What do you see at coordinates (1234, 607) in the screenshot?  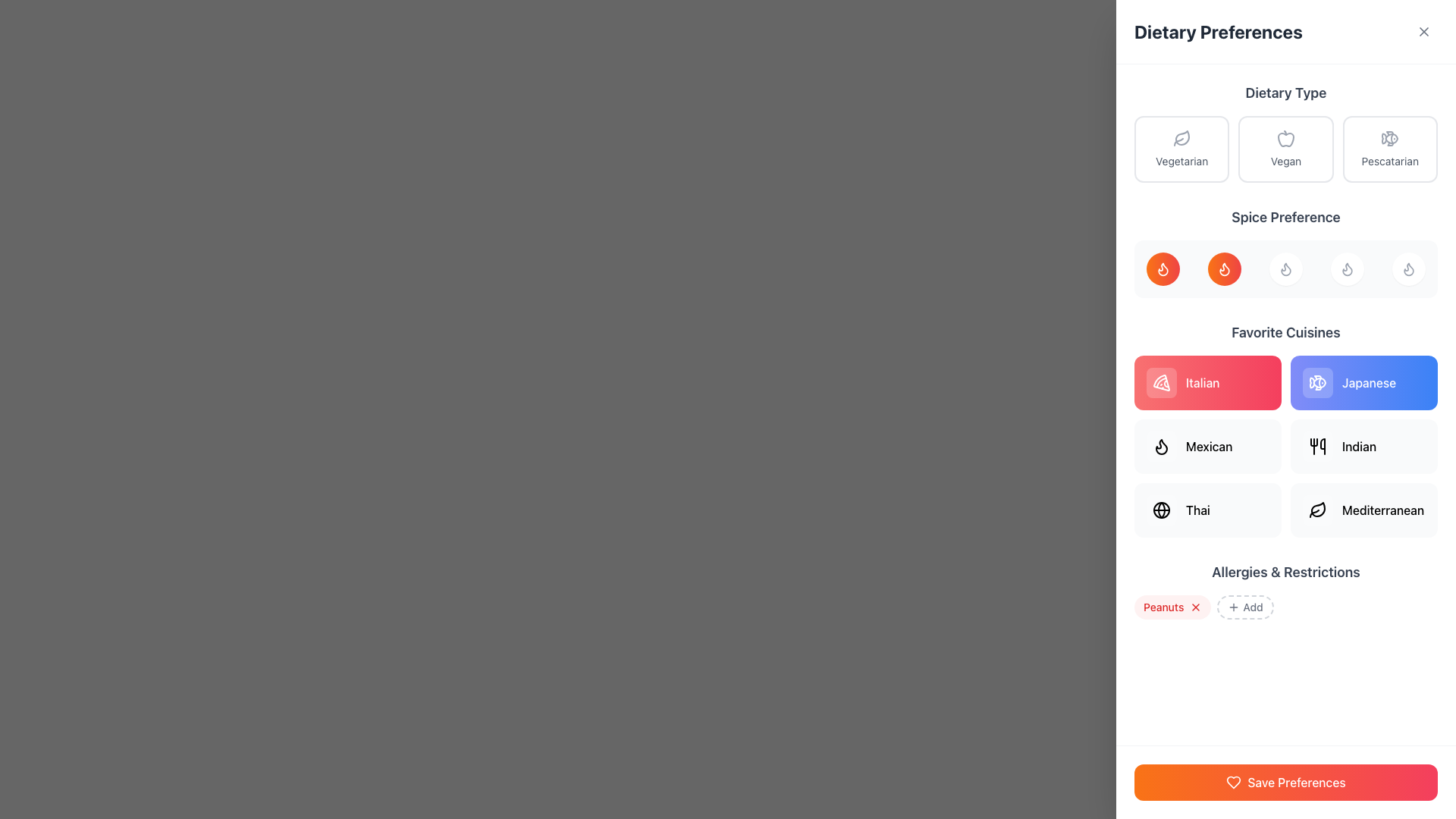 I see `the 'Add' button icon located to the right of the 'Peanuts ×' chip in the 'Allergies & Restrictions' section of the preferences panel` at bounding box center [1234, 607].